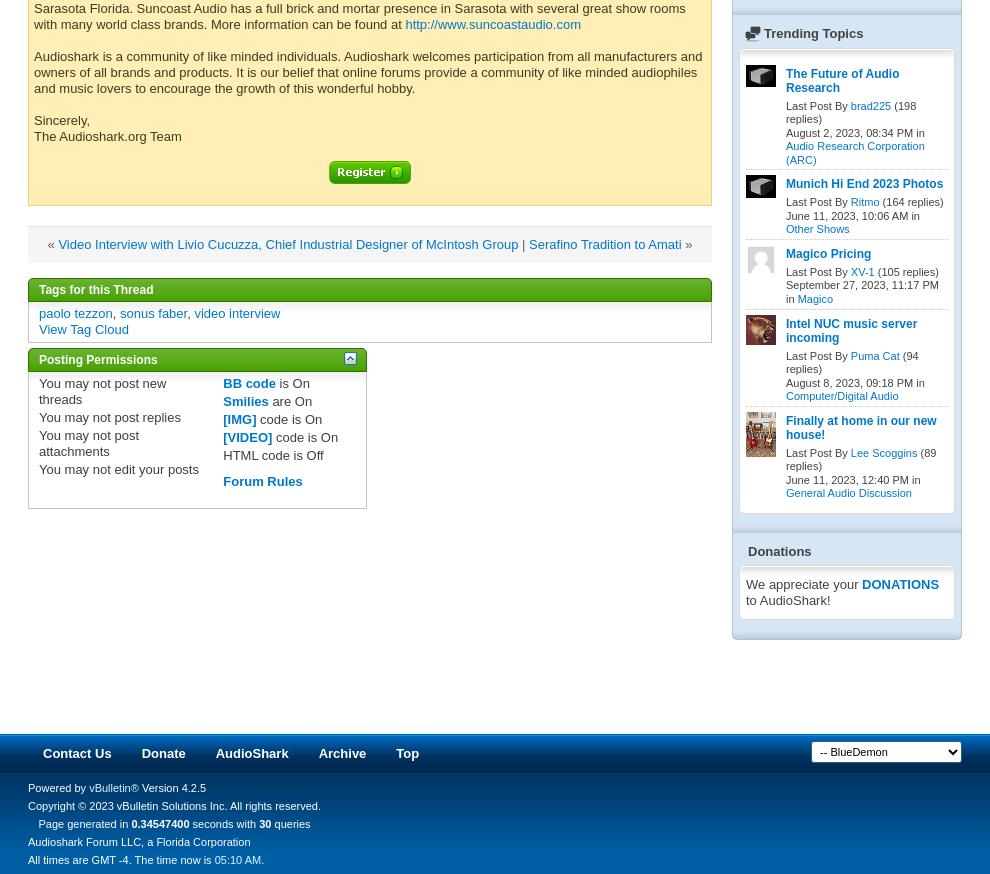 The image size is (990, 874). What do you see at coordinates (89, 441) in the screenshot?
I see `'post attachments'` at bounding box center [89, 441].